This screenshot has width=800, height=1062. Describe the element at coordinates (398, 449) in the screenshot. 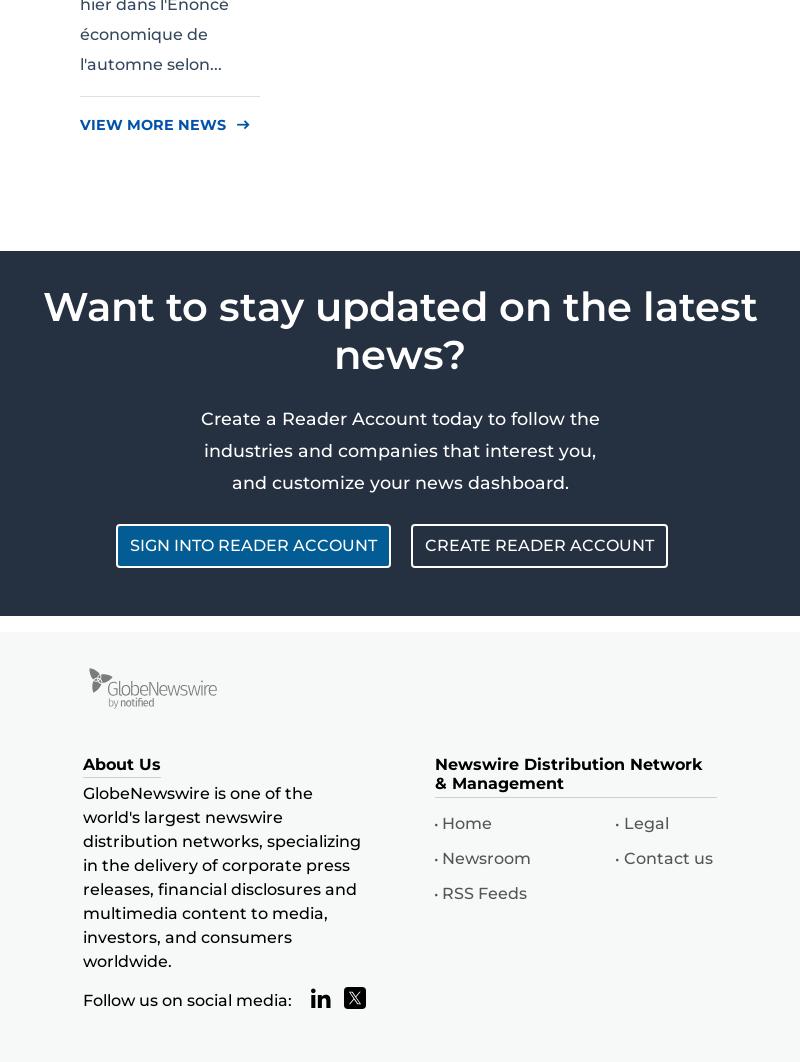

I see `'Create a Reader Account today to follow the industries and companies that interest you, and customize your news dashboard.'` at that location.